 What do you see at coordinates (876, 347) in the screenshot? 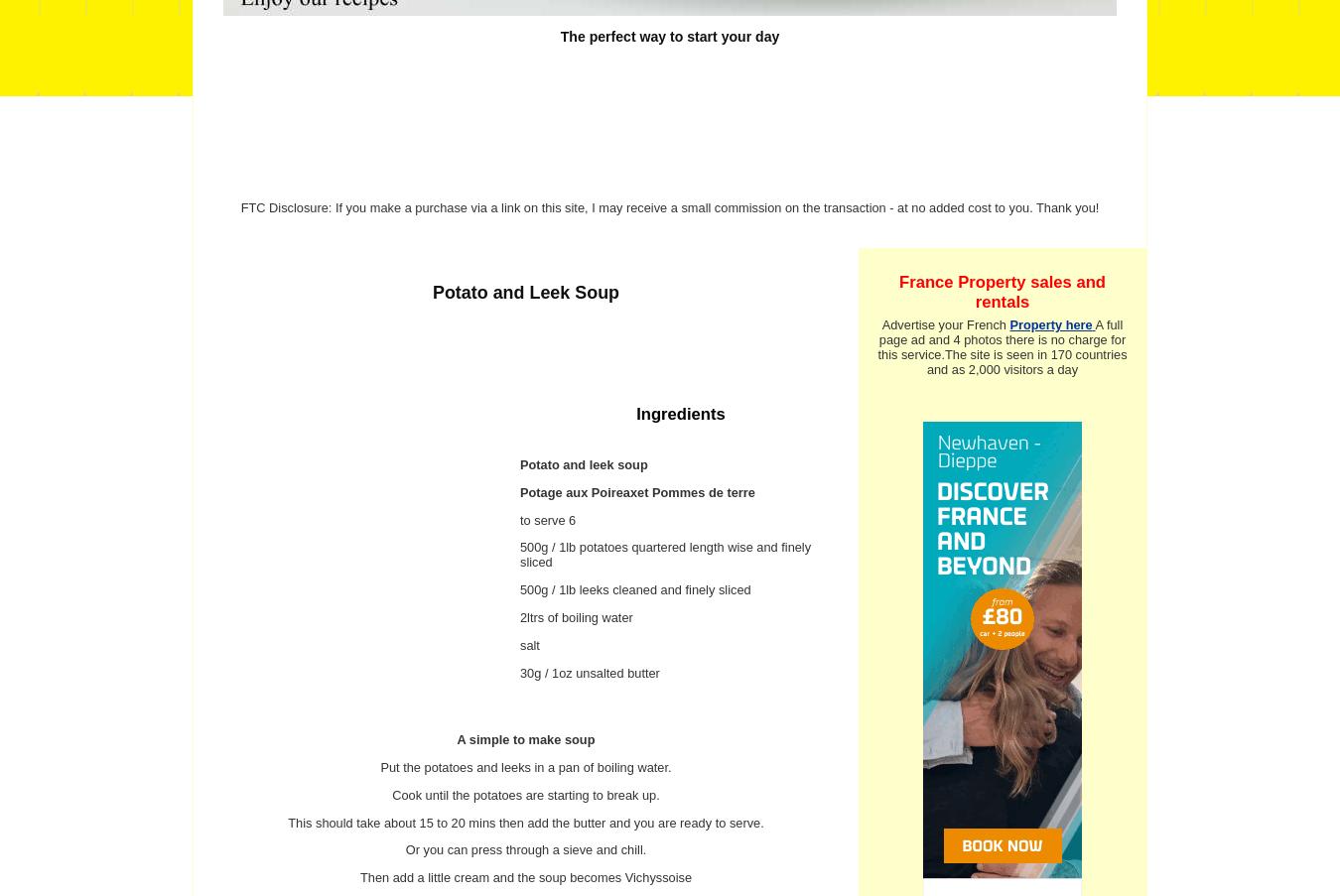
I see `'A full page ad and 4 photos there is no charge for this service.The site is
seen in 170 countries and as 2,000 visitors a day'` at bounding box center [876, 347].